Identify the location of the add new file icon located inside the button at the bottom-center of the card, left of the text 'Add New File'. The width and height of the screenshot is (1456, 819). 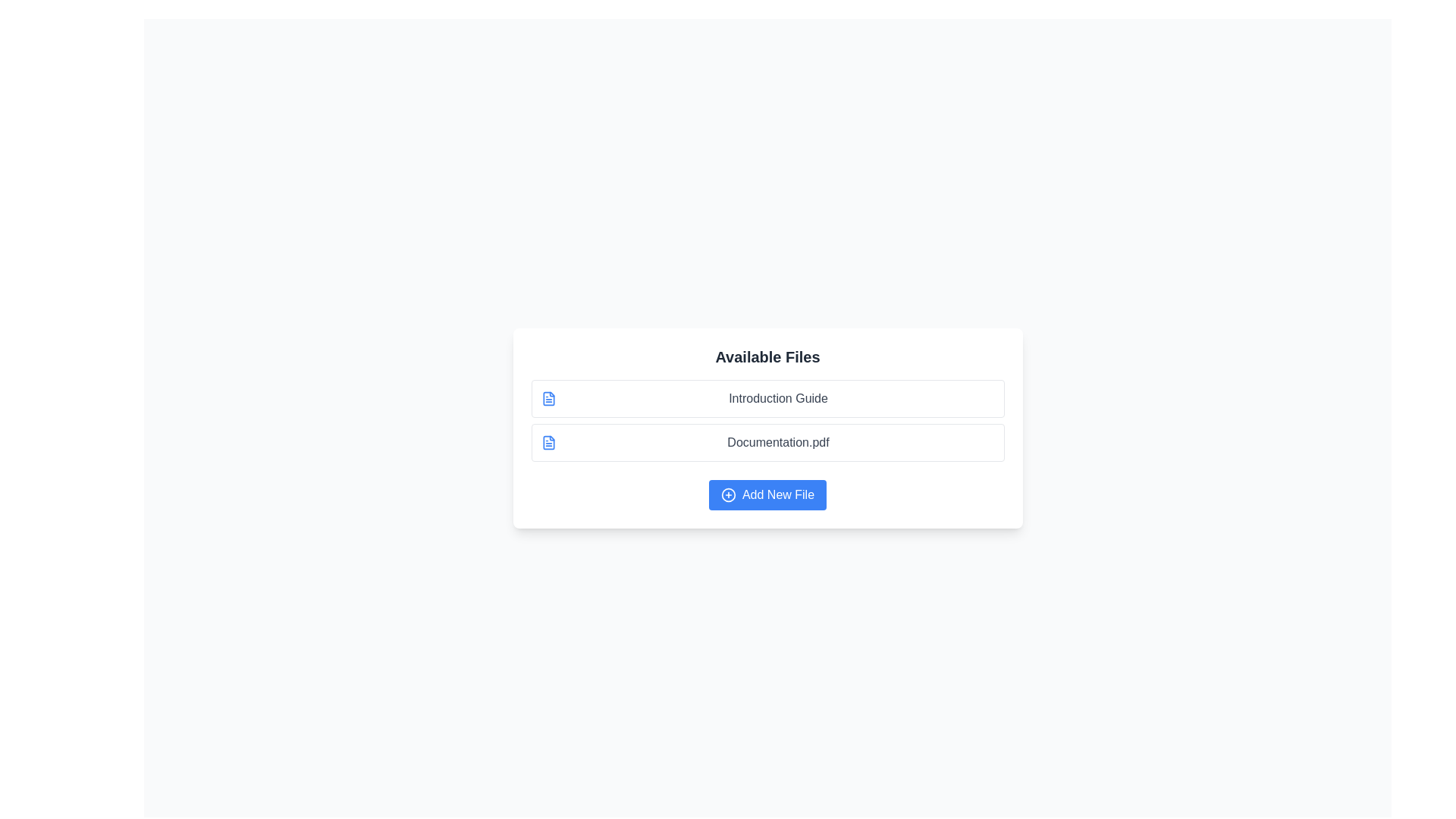
(728, 494).